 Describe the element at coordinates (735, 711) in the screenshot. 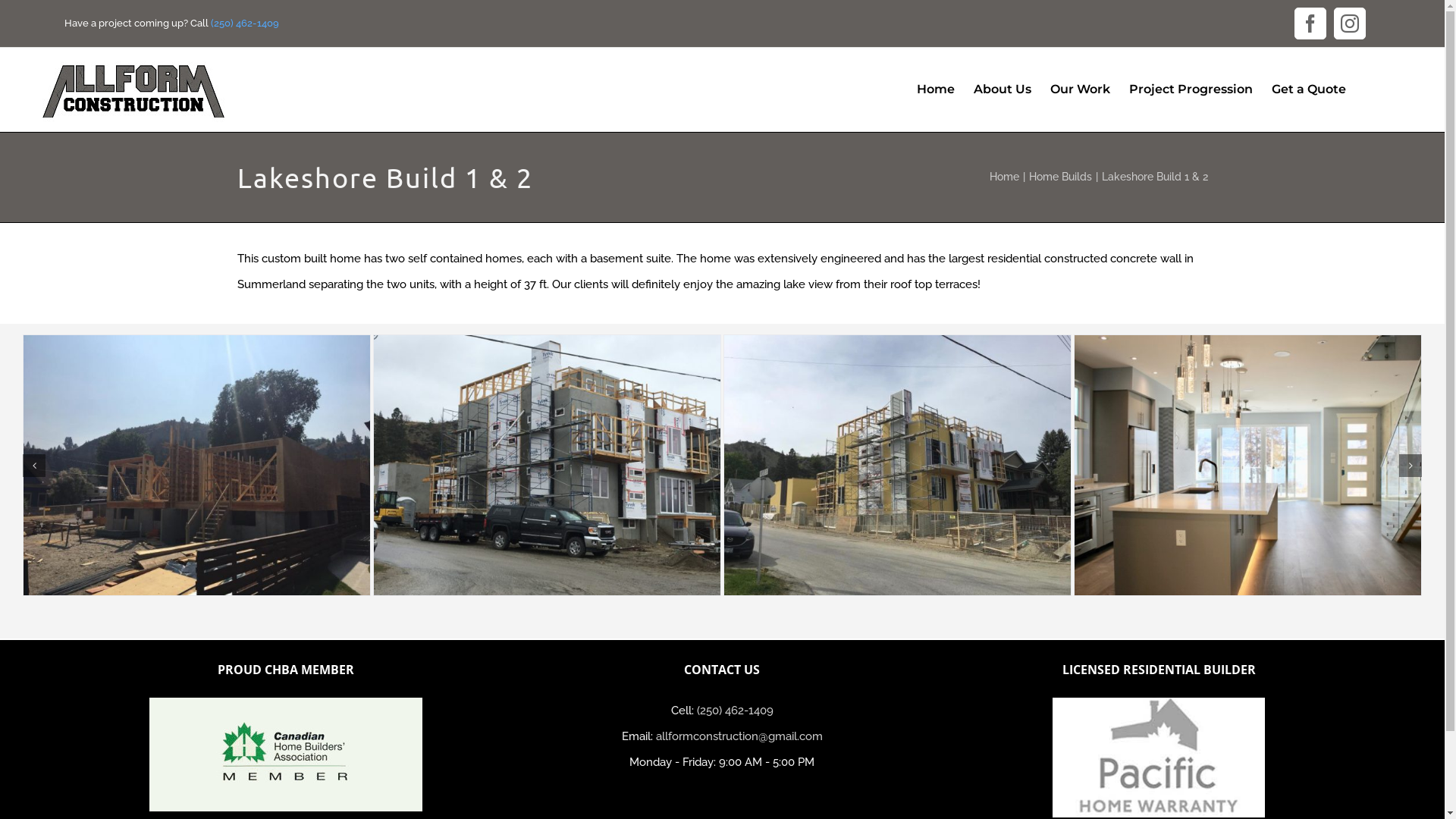

I see `'(250) 462-1409'` at that location.